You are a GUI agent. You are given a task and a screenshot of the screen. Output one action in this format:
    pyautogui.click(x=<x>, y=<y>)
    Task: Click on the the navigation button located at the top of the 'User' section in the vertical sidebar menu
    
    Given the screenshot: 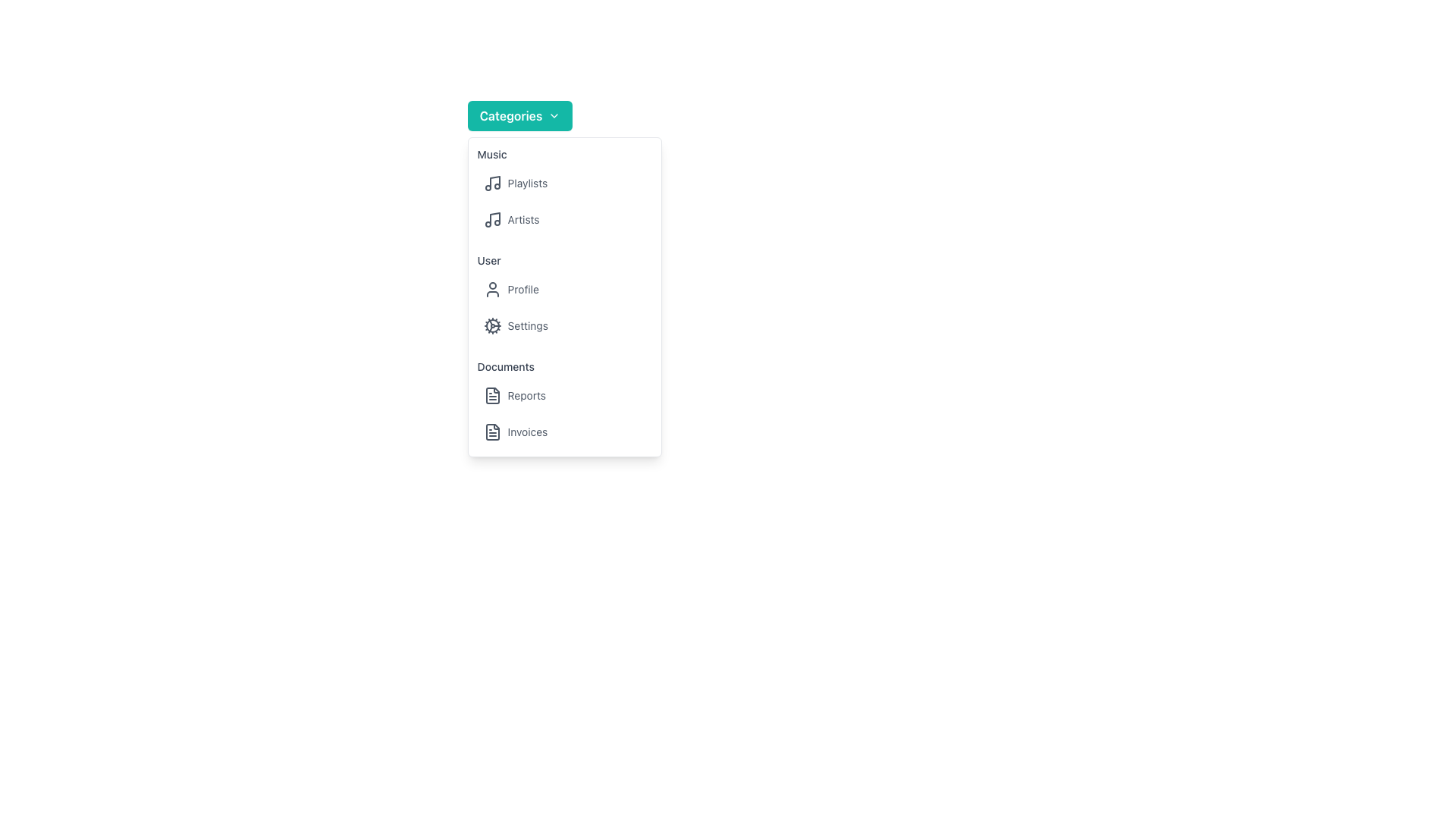 What is the action you would take?
    pyautogui.click(x=563, y=289)
    